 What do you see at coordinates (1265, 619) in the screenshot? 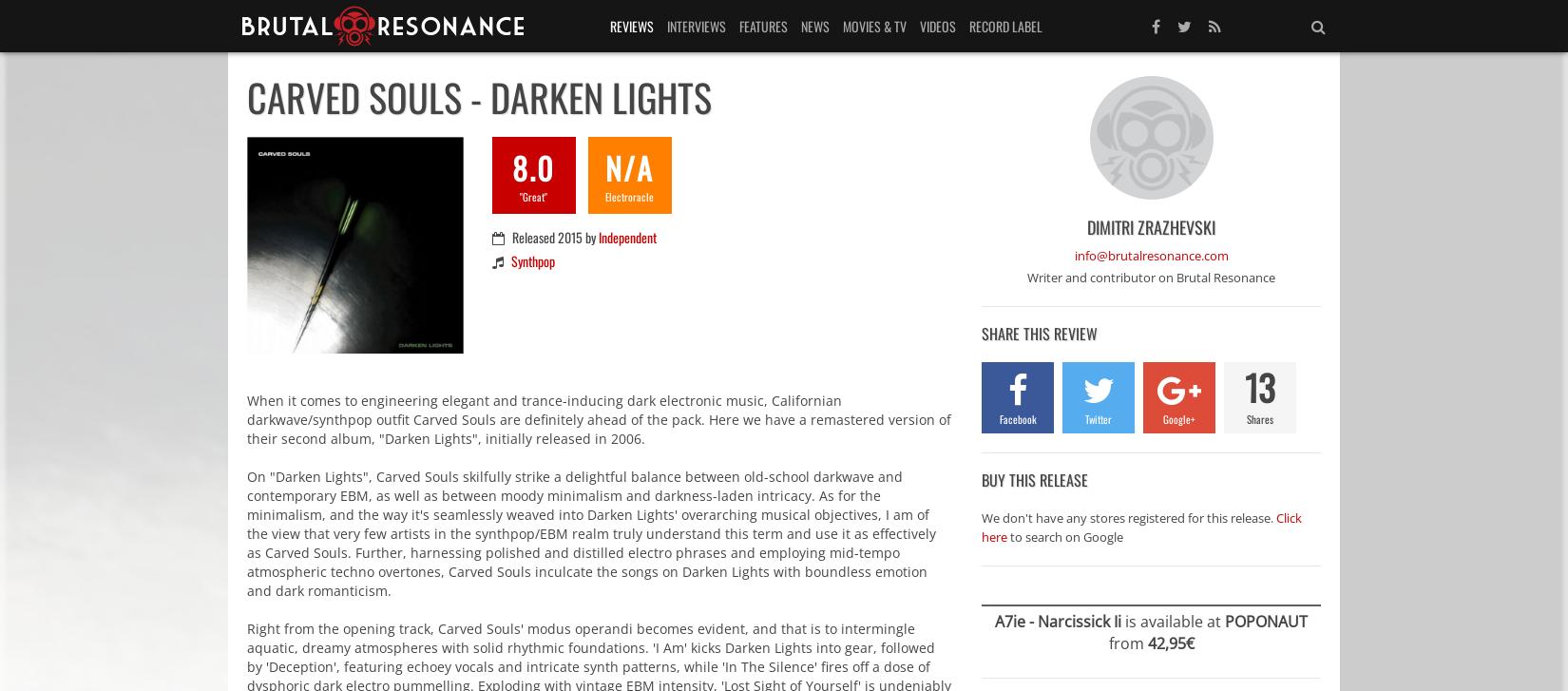
I see `'POPONAUT'` at bounding box center [1265, 619].